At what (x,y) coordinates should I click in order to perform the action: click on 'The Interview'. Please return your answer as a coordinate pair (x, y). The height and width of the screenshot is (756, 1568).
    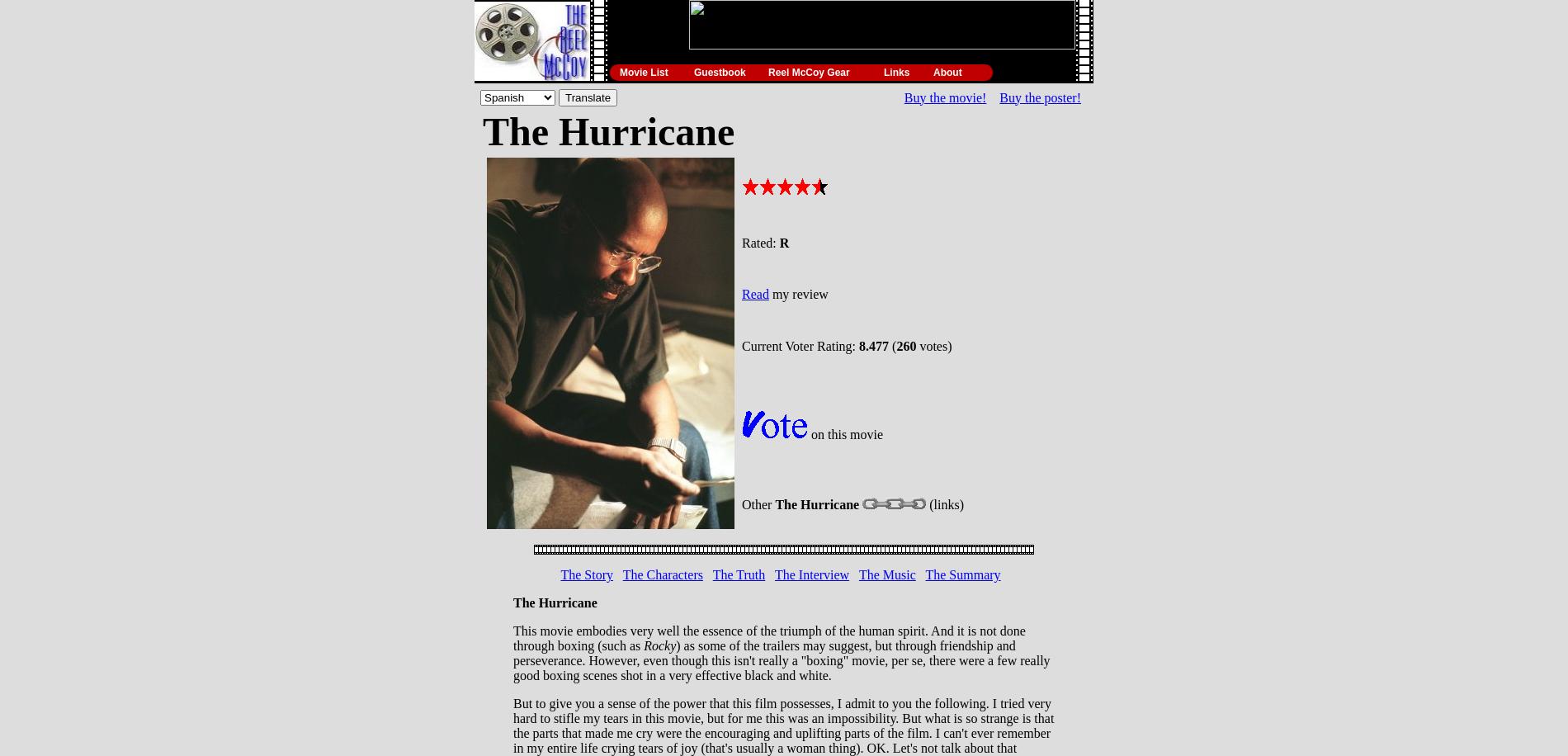
    Looking at the image, I should click on (811, 574).